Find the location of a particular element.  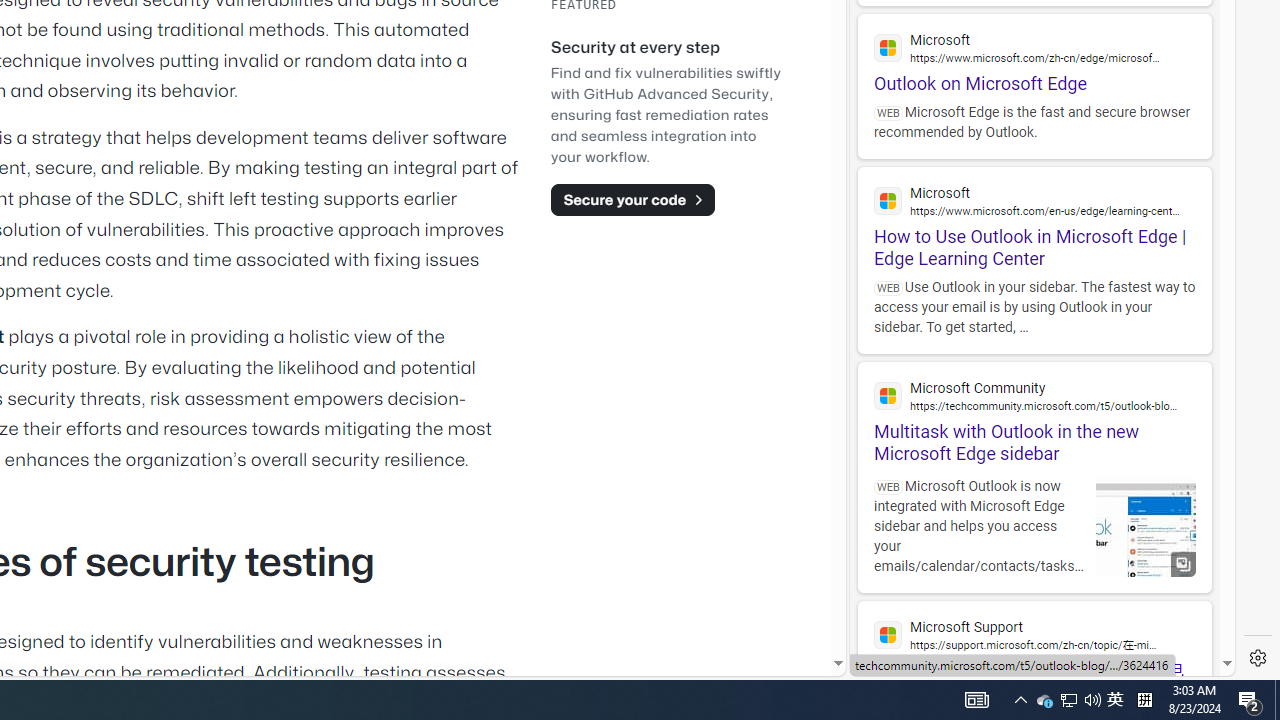

'Microsoft Support' is located at coordinates (1034, 634).